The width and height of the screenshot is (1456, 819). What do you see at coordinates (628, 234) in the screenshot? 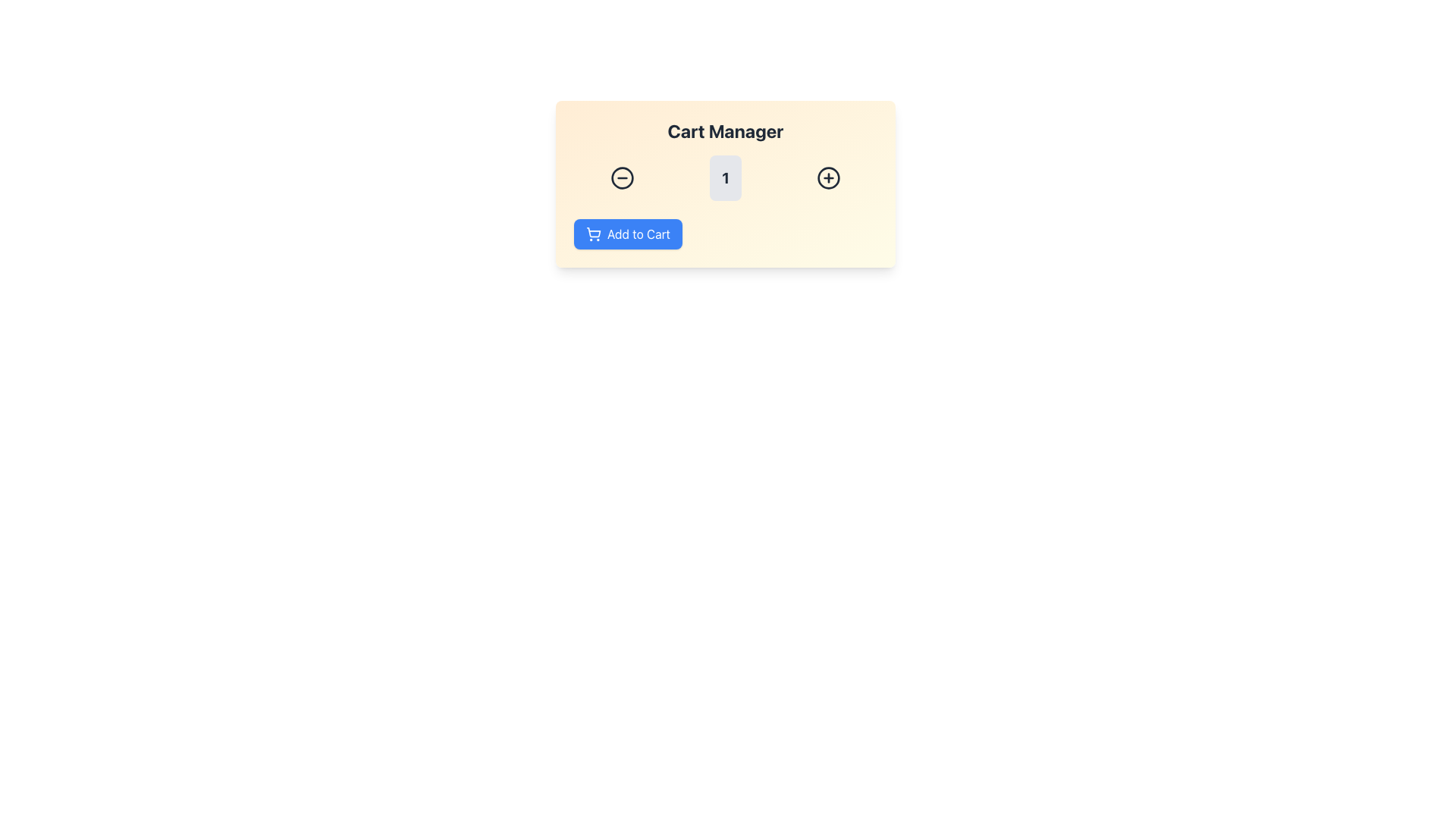
I see `the button located in the lower-left region of the 'Cart Manager' UI component` at bounding box center [628, 234].